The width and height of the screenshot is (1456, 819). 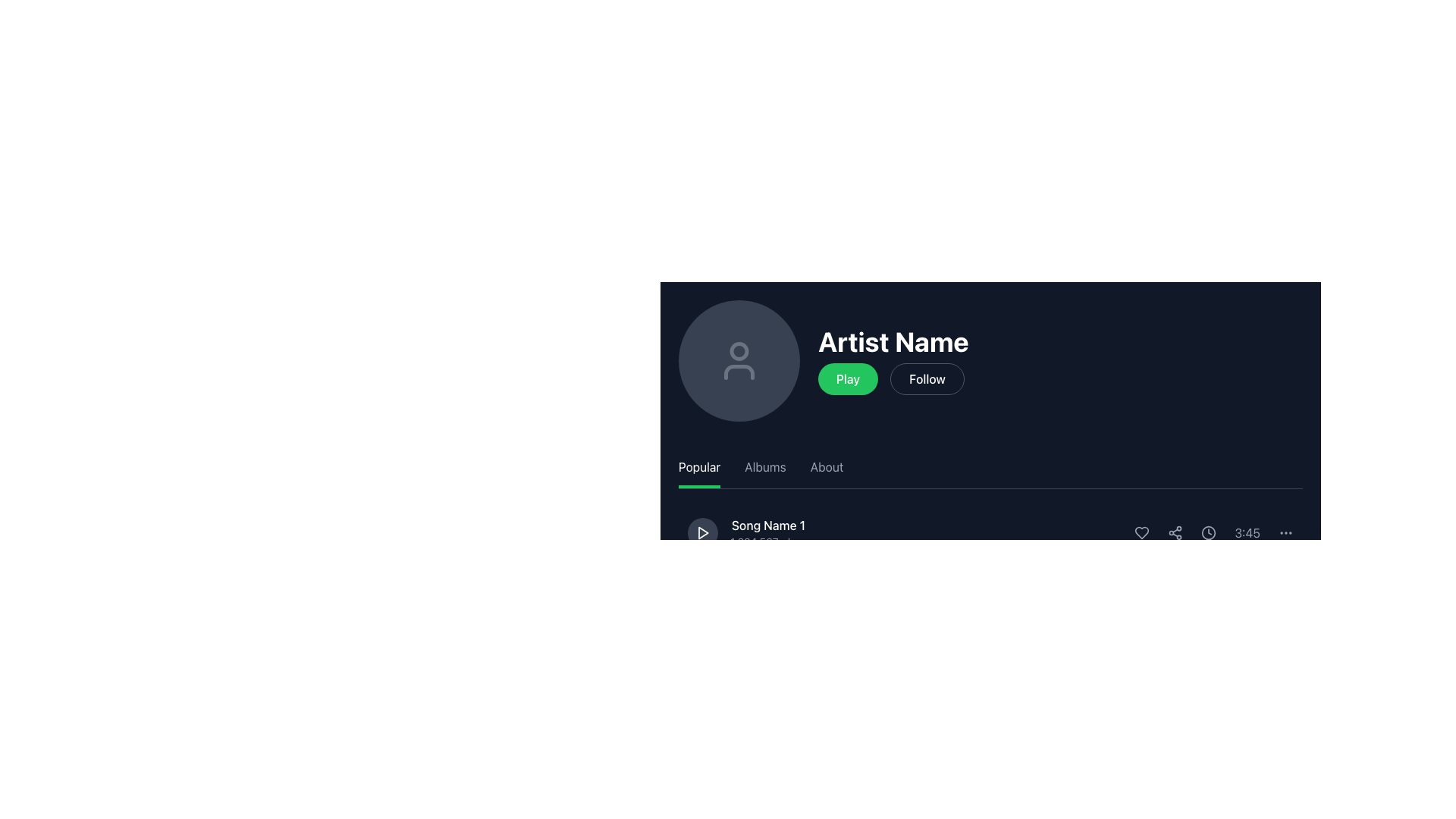 I want to click on the thin green horizontal bar at the bottom of the 'Popular' tab, which serves as a visual indicator, so click(x=698, y=486).